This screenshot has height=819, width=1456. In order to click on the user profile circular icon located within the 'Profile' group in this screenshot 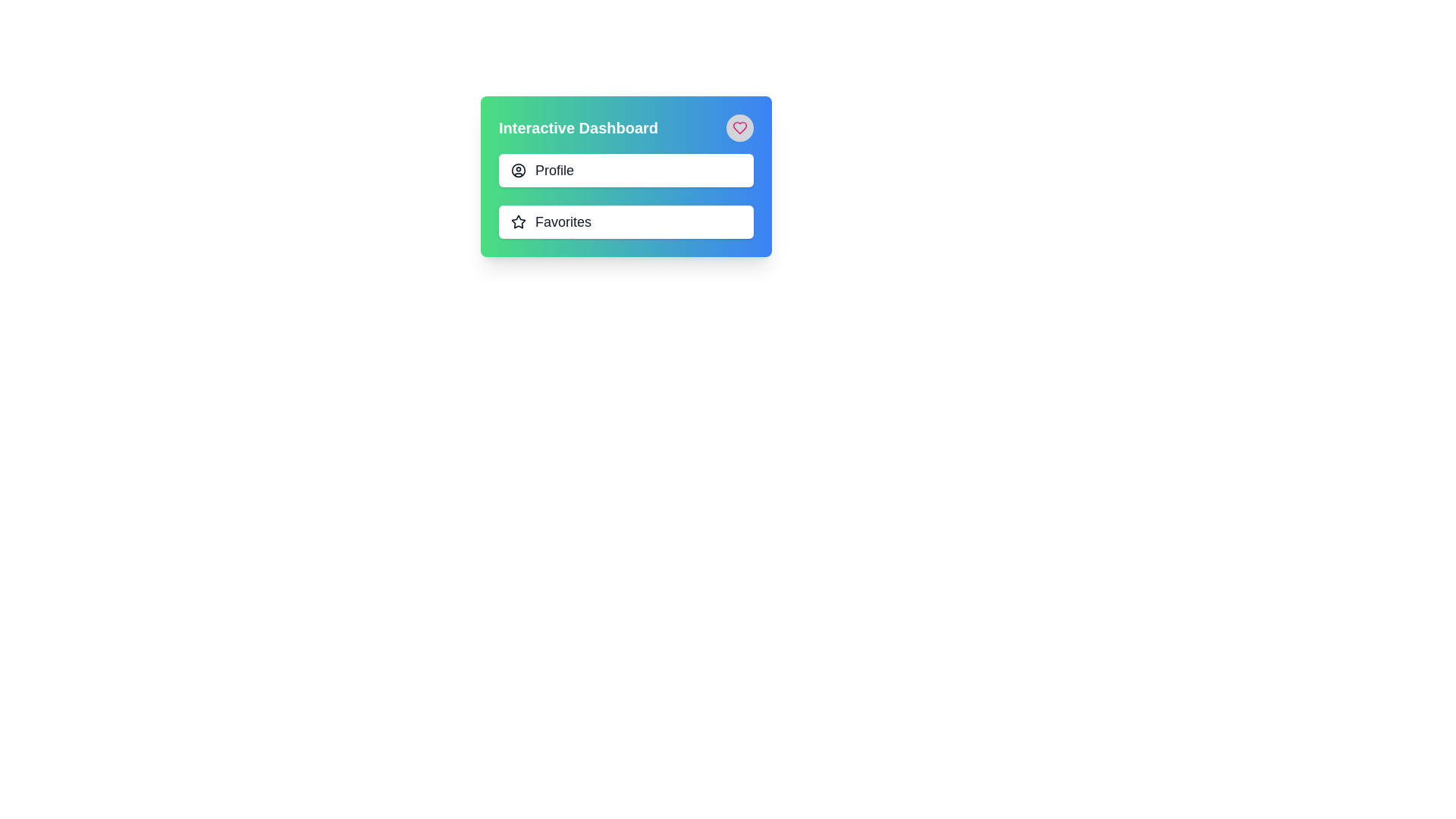, I will do `click(519, 170)`.